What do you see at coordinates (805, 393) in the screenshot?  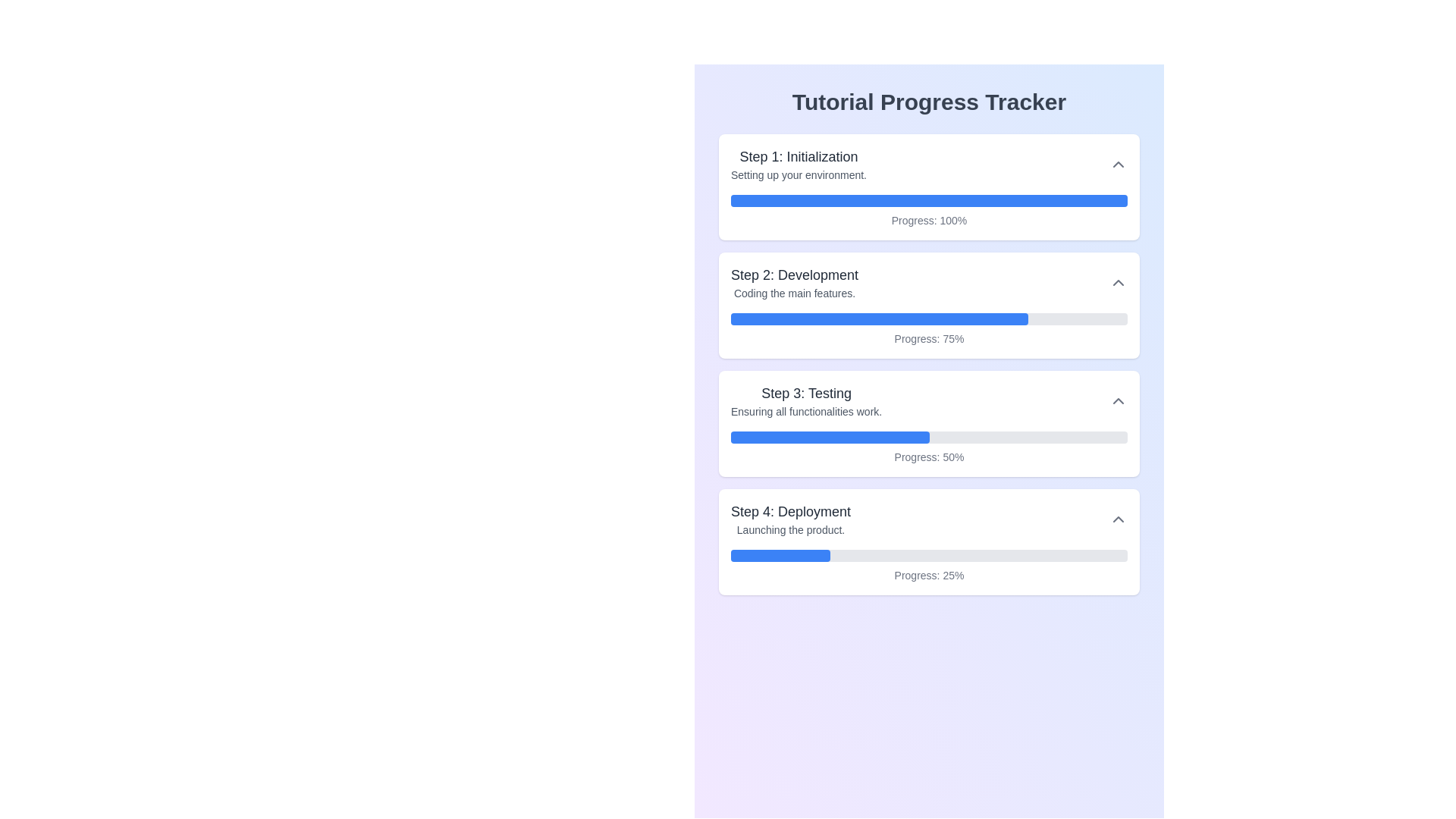 I see `contents of the text heading labeled 'Step 3: Testing', which is styled prominently in dark gray on a light background, located above the progress bar in the tutorial progress tracker` at bounding box center [805, 393].